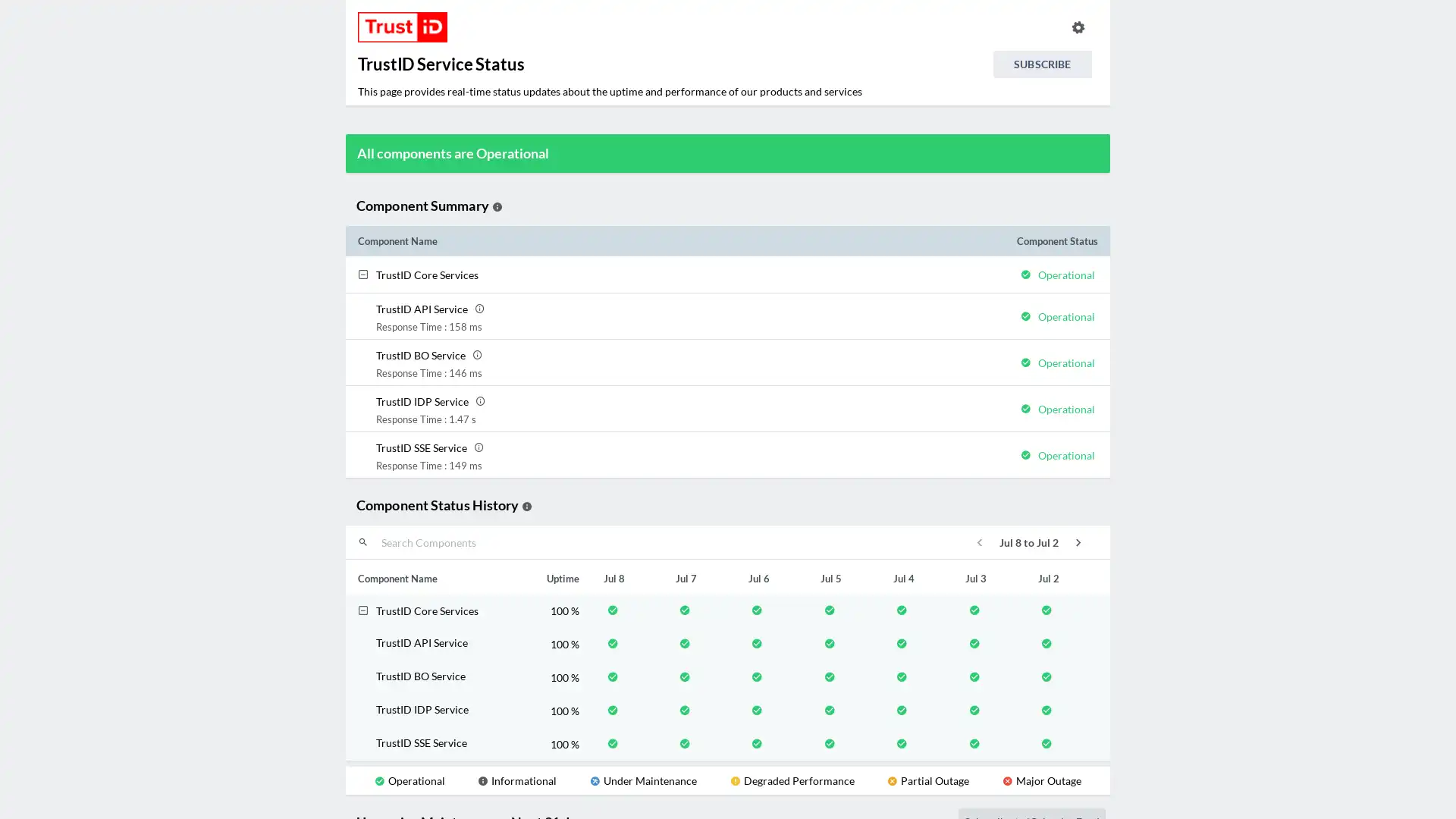 The height and width of the screenshot is (819, 1456). What do you see at coordinates (635, 454) in the screenshot?
I see `TrustID SSE Service TrustID SSE Service Response Time : 149 ms` at bounding box center [635, 454].